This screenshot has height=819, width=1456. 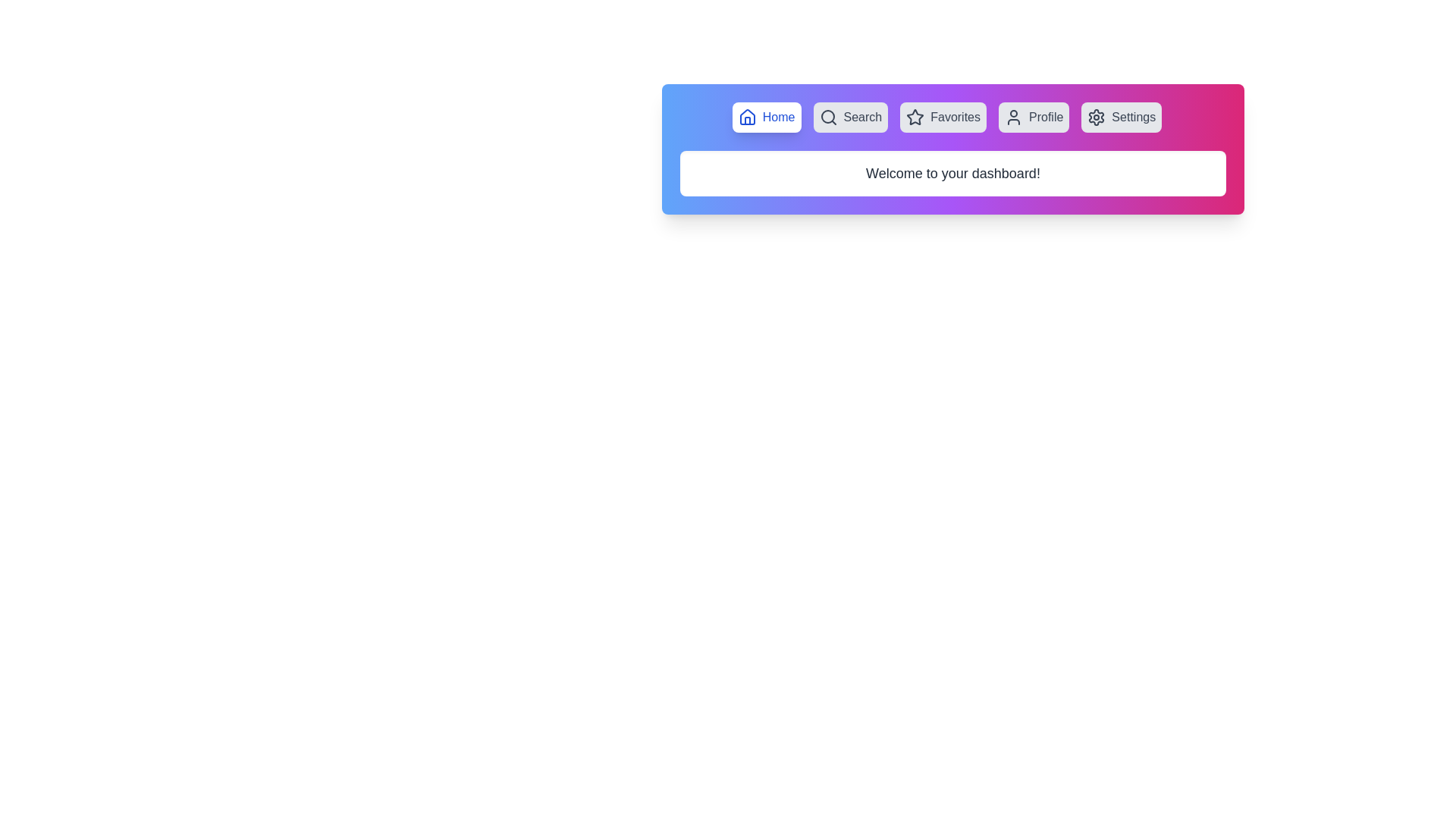 What do you see at coordinates (952, 149) in the screenshot?
I see `the navigation buttons located in the upper region of the Header Section, which provides options for navigating the dashboard interface` at bounding box center [952, 149].